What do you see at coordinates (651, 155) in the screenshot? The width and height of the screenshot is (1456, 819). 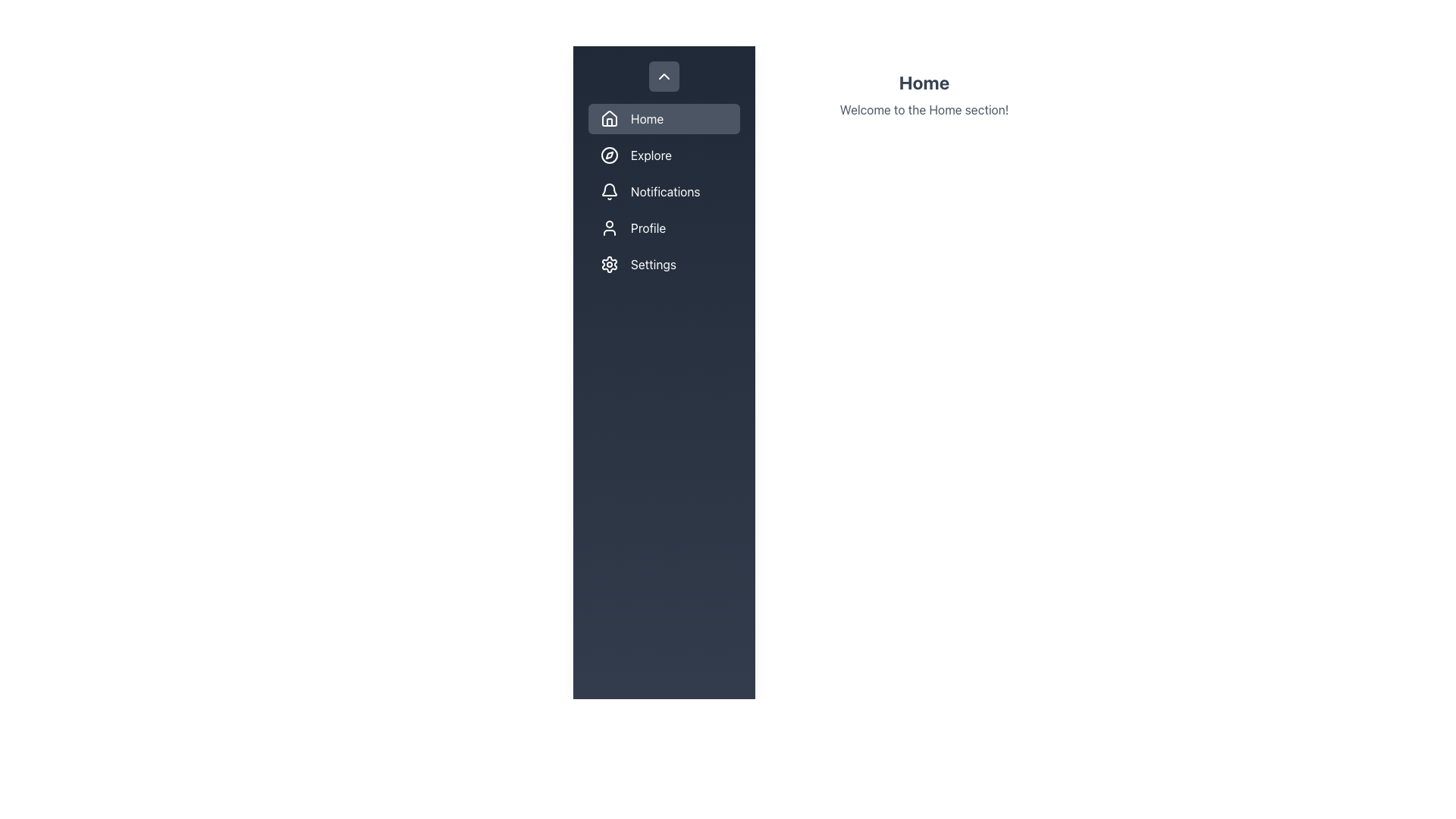 I see `the 'Explore' text label in the vertical navigation menu to navigate to the linked 'Explore' section of the application` at bounding box center [651, 155].